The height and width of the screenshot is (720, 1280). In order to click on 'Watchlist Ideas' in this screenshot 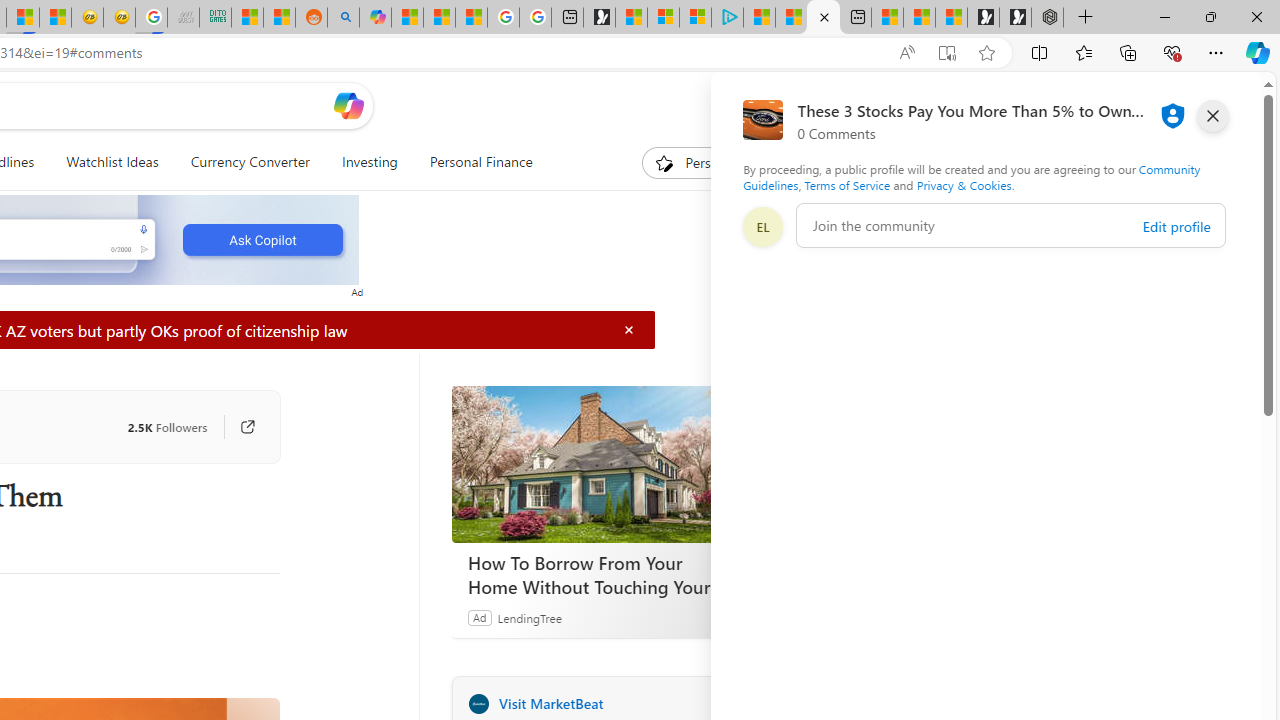, I will do `click(111, 162)`.